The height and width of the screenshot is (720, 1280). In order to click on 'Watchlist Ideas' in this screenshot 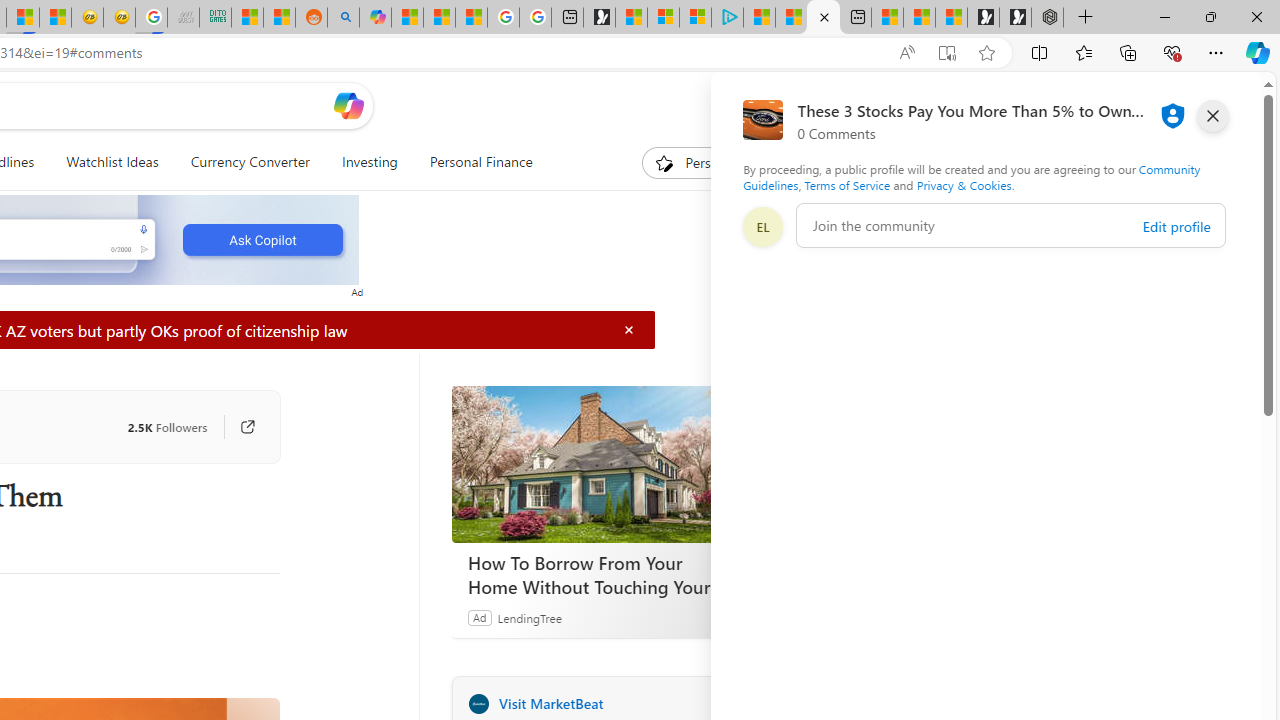, I will do `click(111, 162)`.